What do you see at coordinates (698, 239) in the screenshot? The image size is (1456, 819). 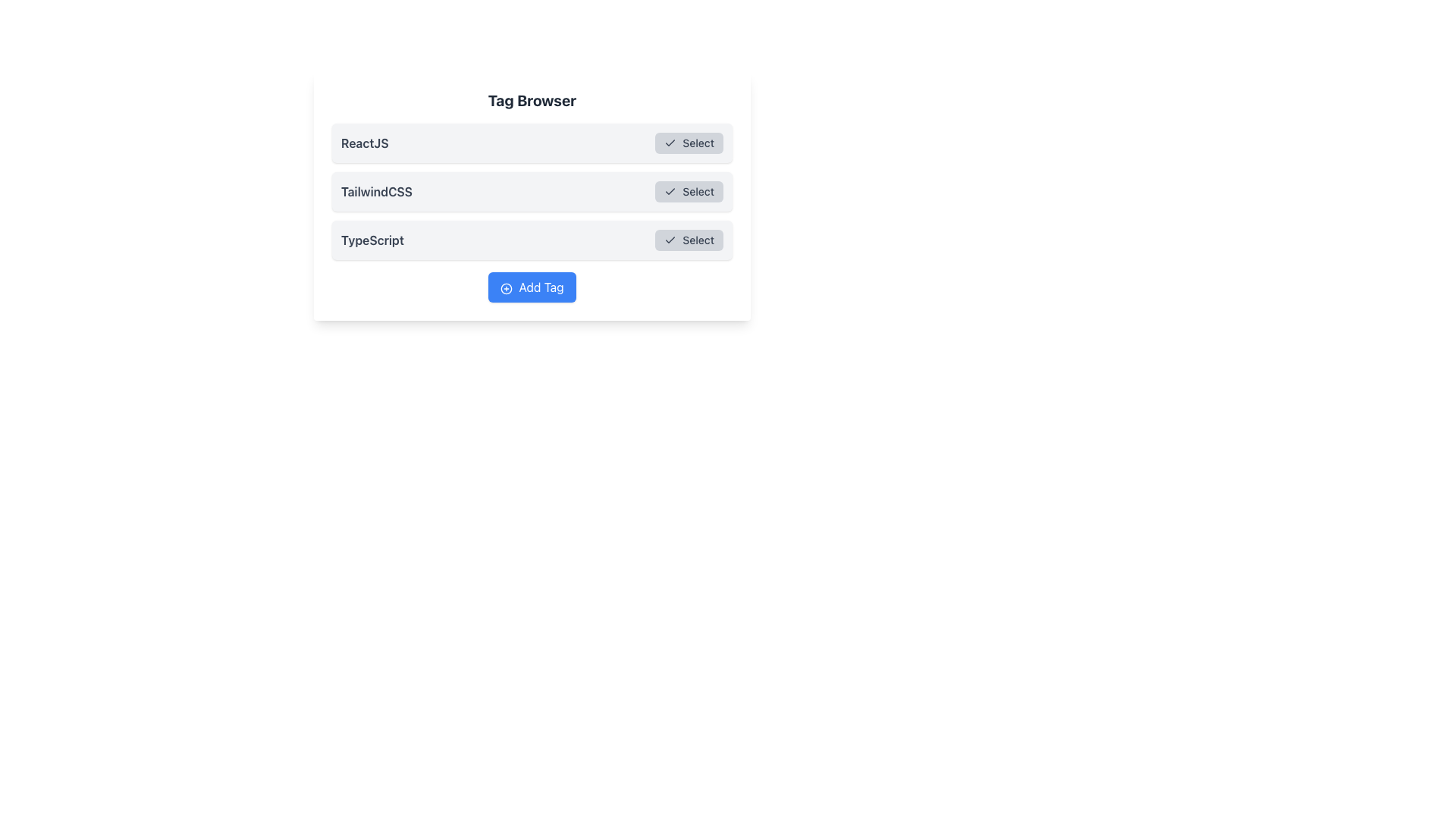 I see `the 'Select' button, which is a text label within a button component styled with rounded corners and a light gray background, positioned as the third button in a vertical list` at bounding box center [698, 239].